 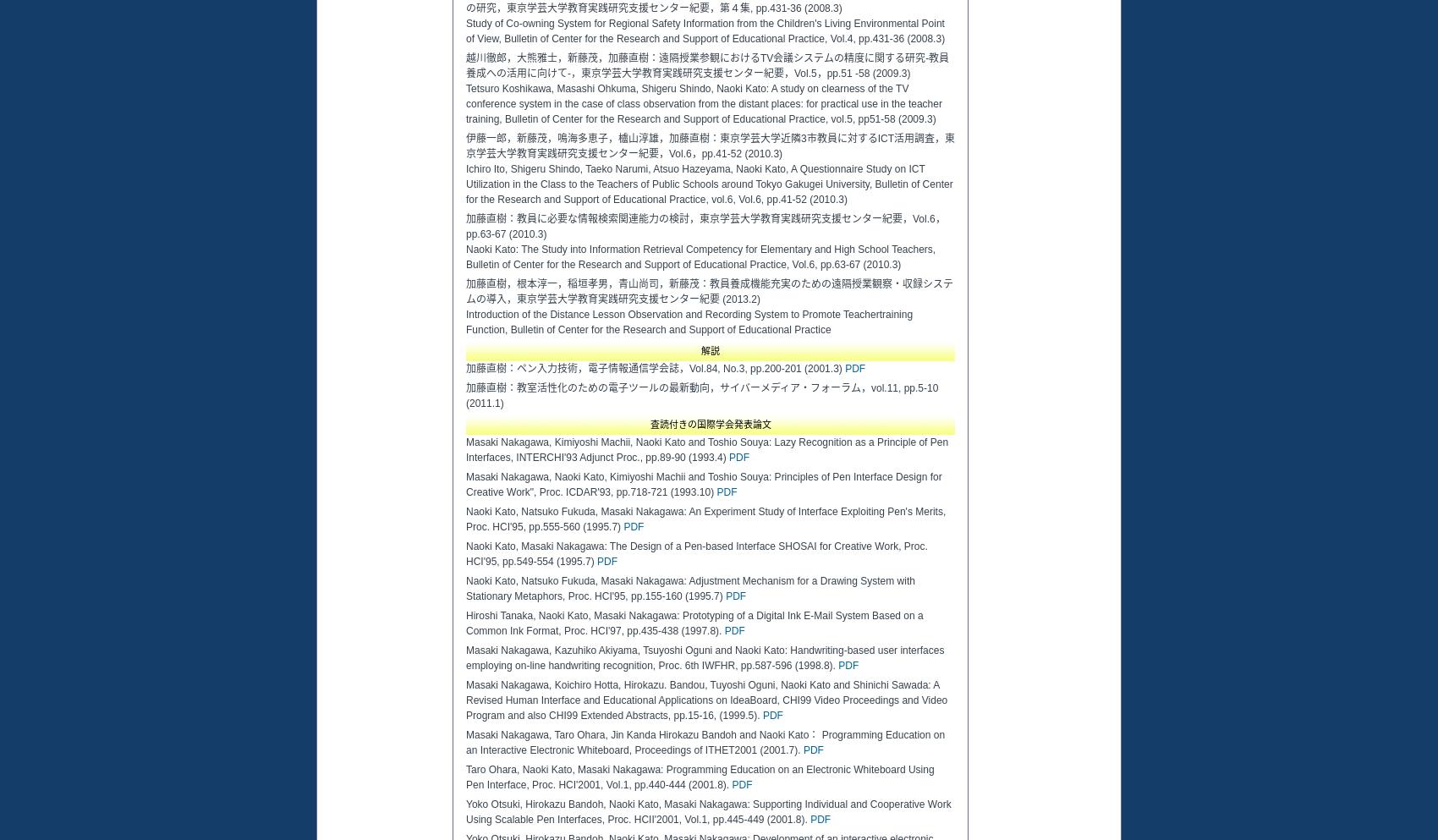 I want to click on 'Masaki Nakagawa, Naoki Kato, Kimiyoshi Machii and Toshio Souya: Principles of Pen Interface Design for Creative Work", Proc. ICDAR'93, pp.718-721 (1993.10)', so click(x=464, y=483).